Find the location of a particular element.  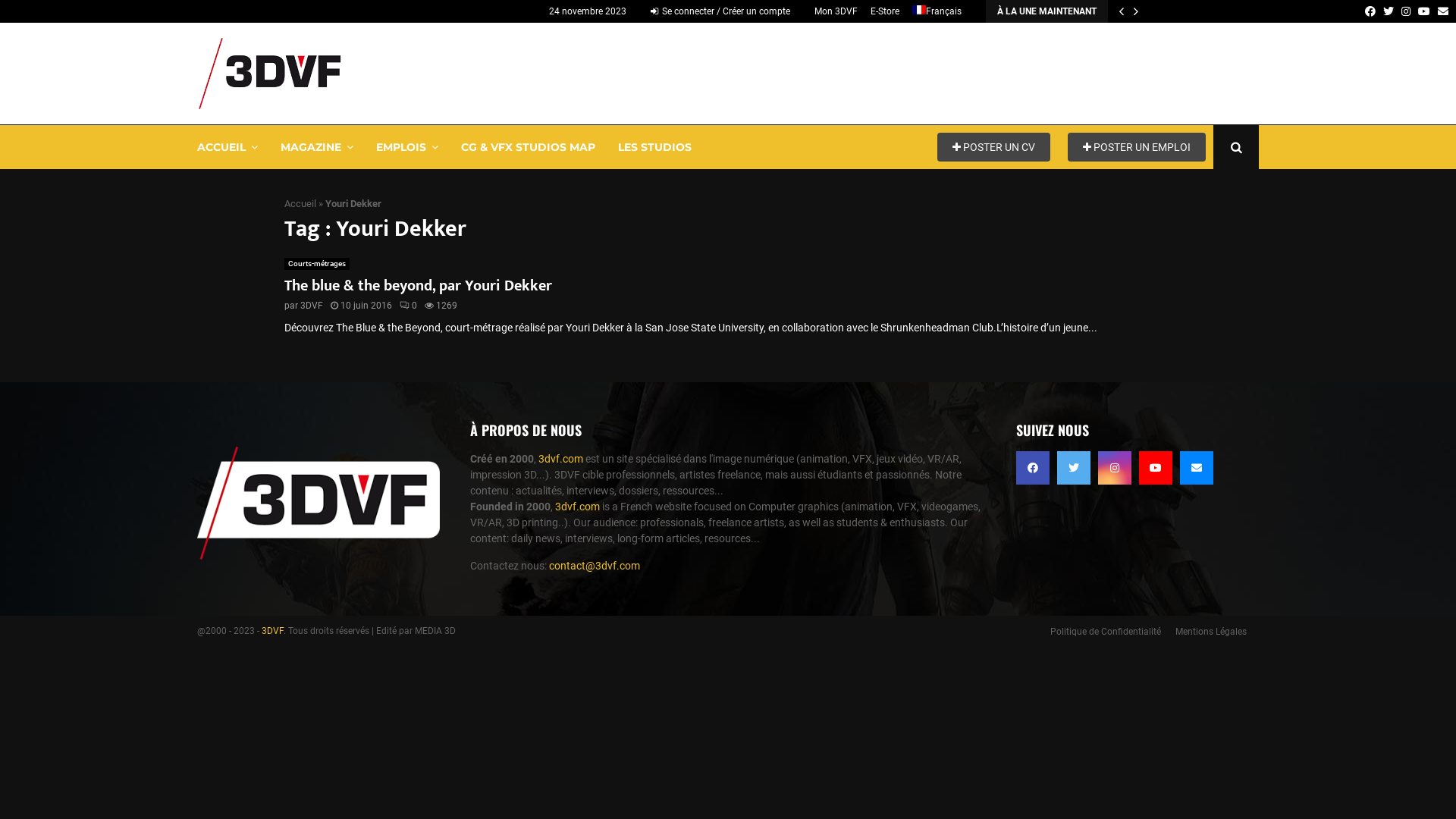

'The blue & the beyond, par Youri Dekker' is located at coordinates (418, 286).